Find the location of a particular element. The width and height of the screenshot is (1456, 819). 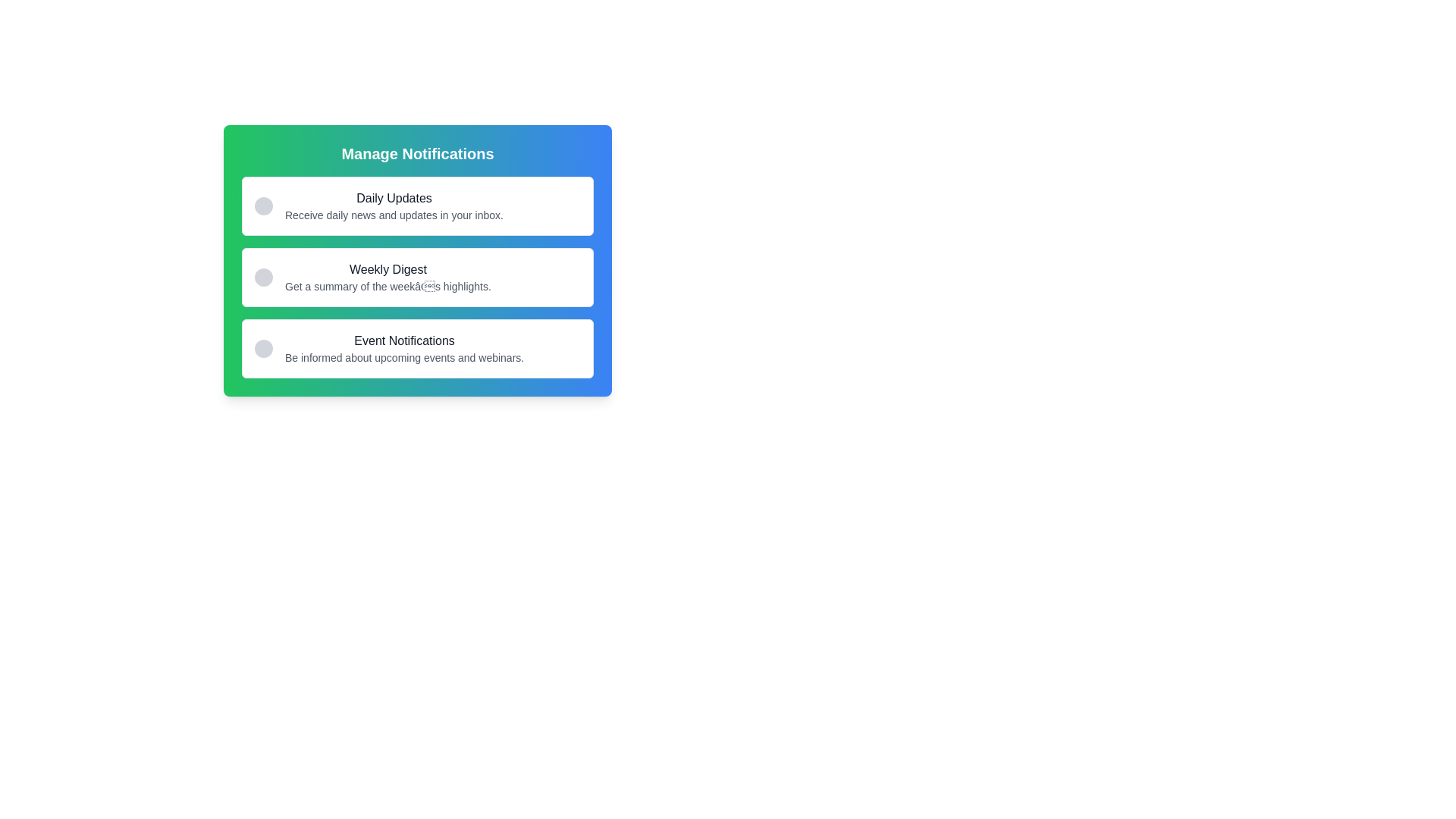

the notification section located within the 'Manage Notifications' group, positioned beneath the 'Weekly Digest' section is located at coordinates (404, 348).